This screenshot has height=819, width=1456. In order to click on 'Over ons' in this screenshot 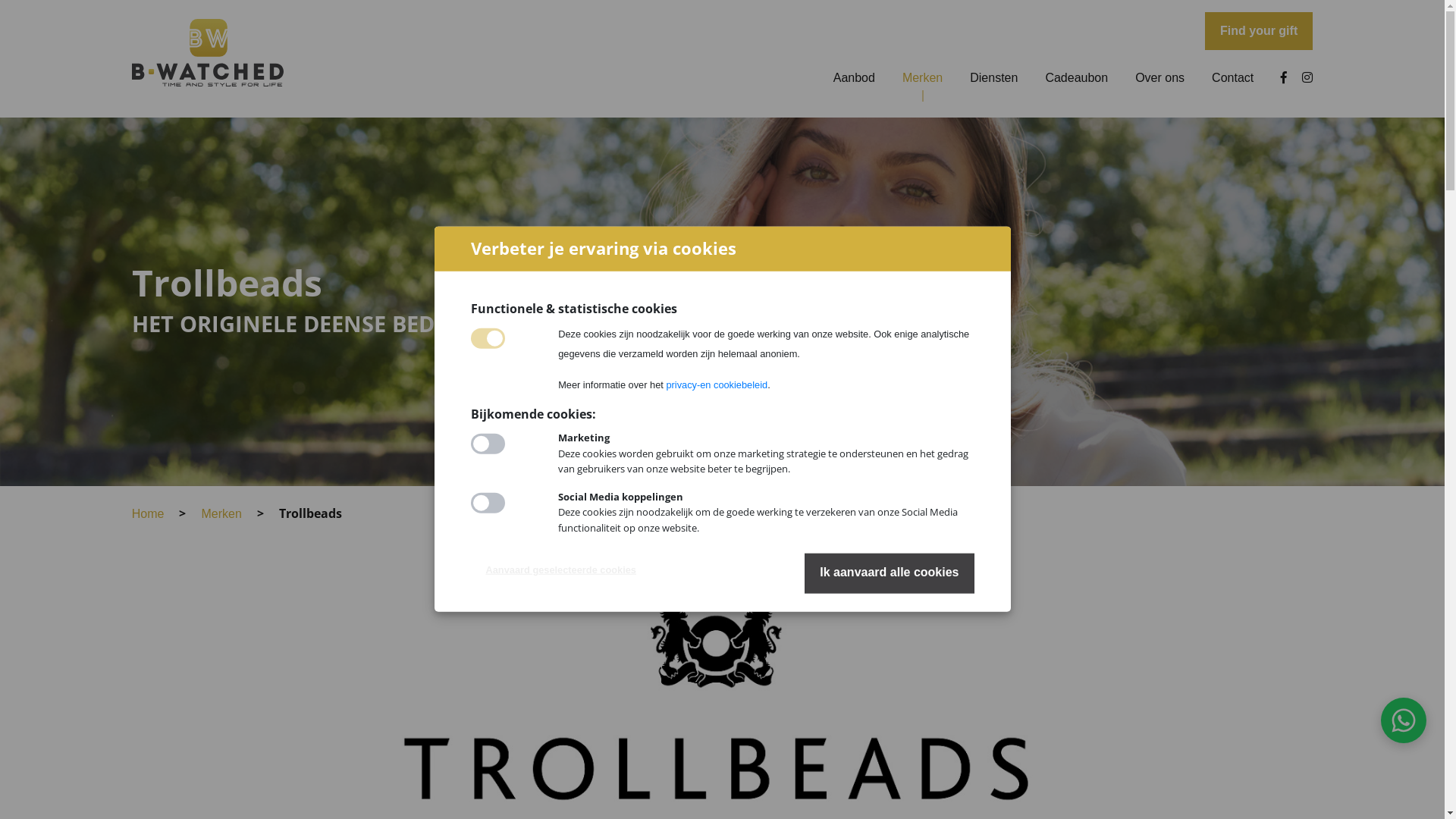, I will do `click(1159, 77)`.